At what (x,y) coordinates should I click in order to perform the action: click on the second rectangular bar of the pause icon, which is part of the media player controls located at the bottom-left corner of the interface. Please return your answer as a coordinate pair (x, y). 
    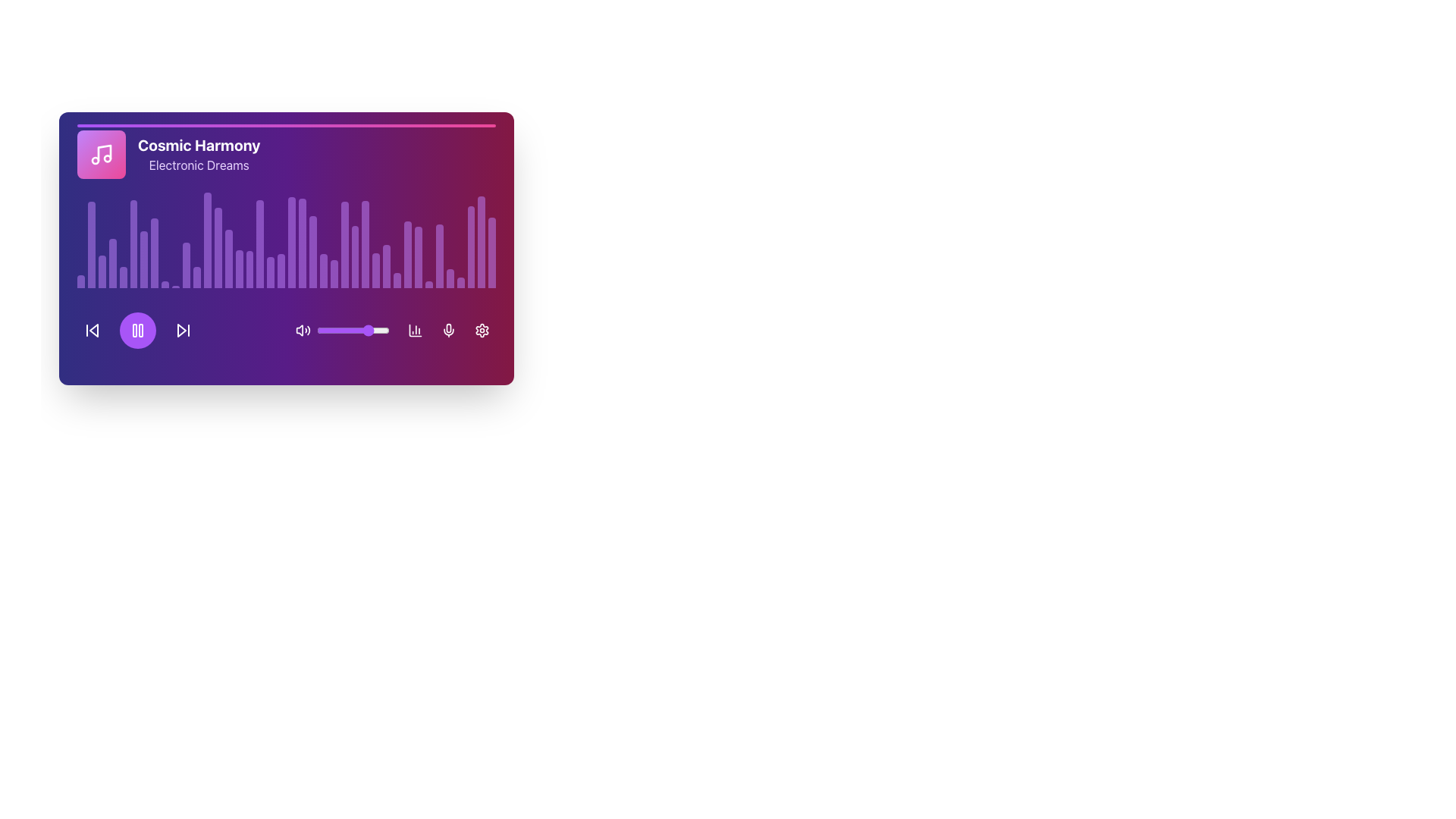
    Looking at the image, I should click on (141, 329).